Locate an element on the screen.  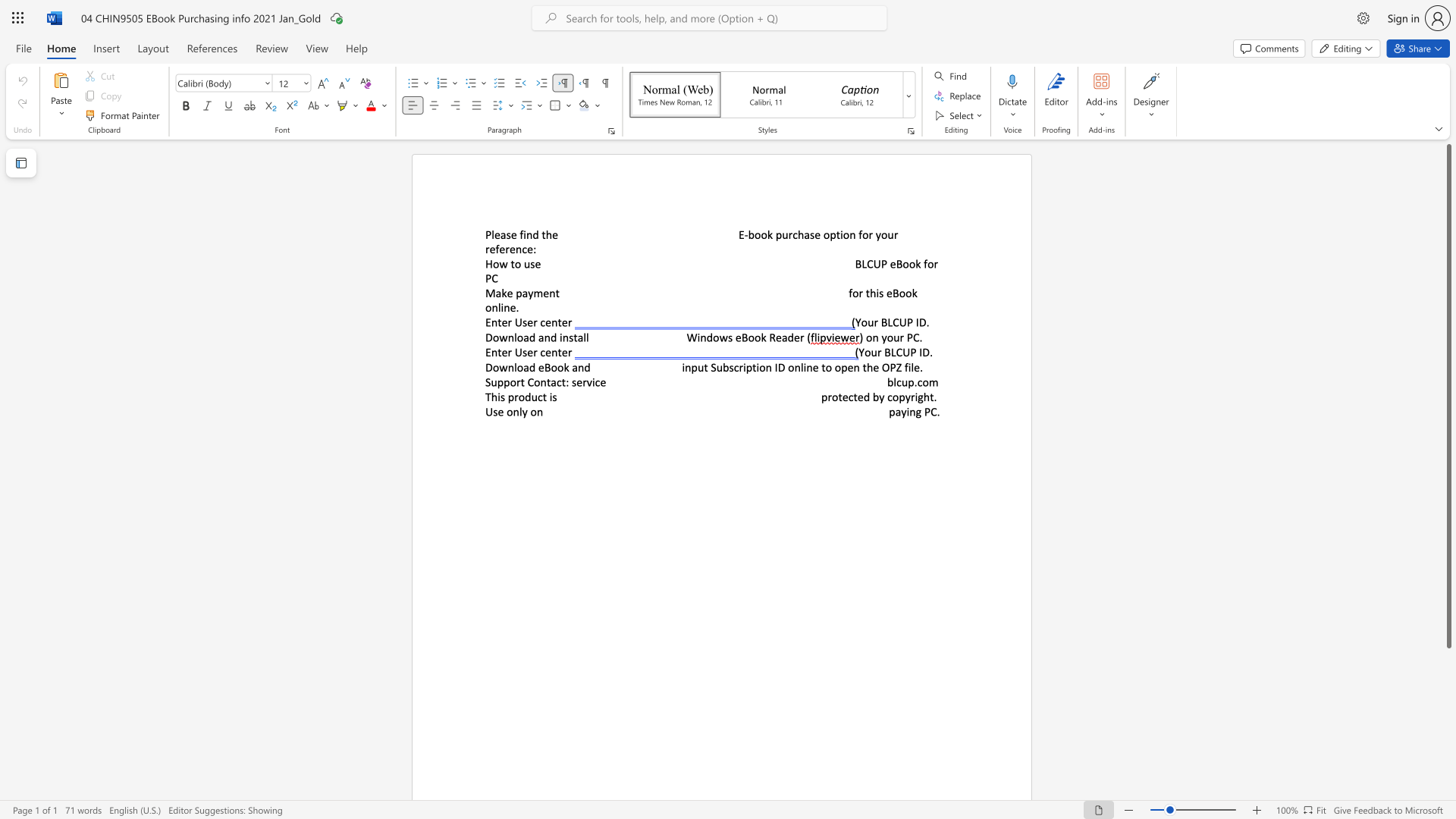
the 1th character "r" in the text is located at coordinates (510, 322).